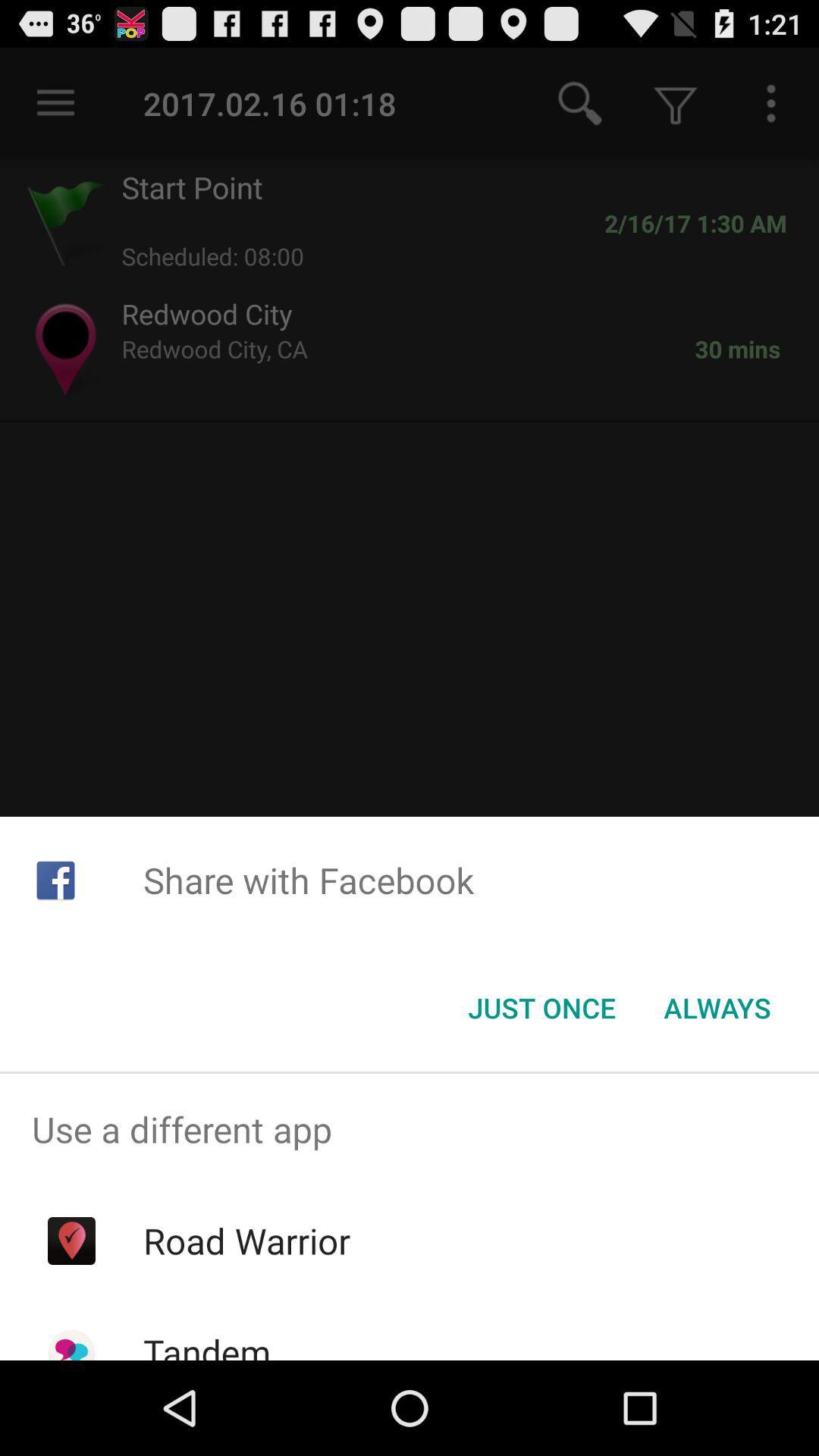 This screenshot has width=819, height=1456. Describe the element at coordinates (717, 1008) in the screenshot. I see `always` at that location.